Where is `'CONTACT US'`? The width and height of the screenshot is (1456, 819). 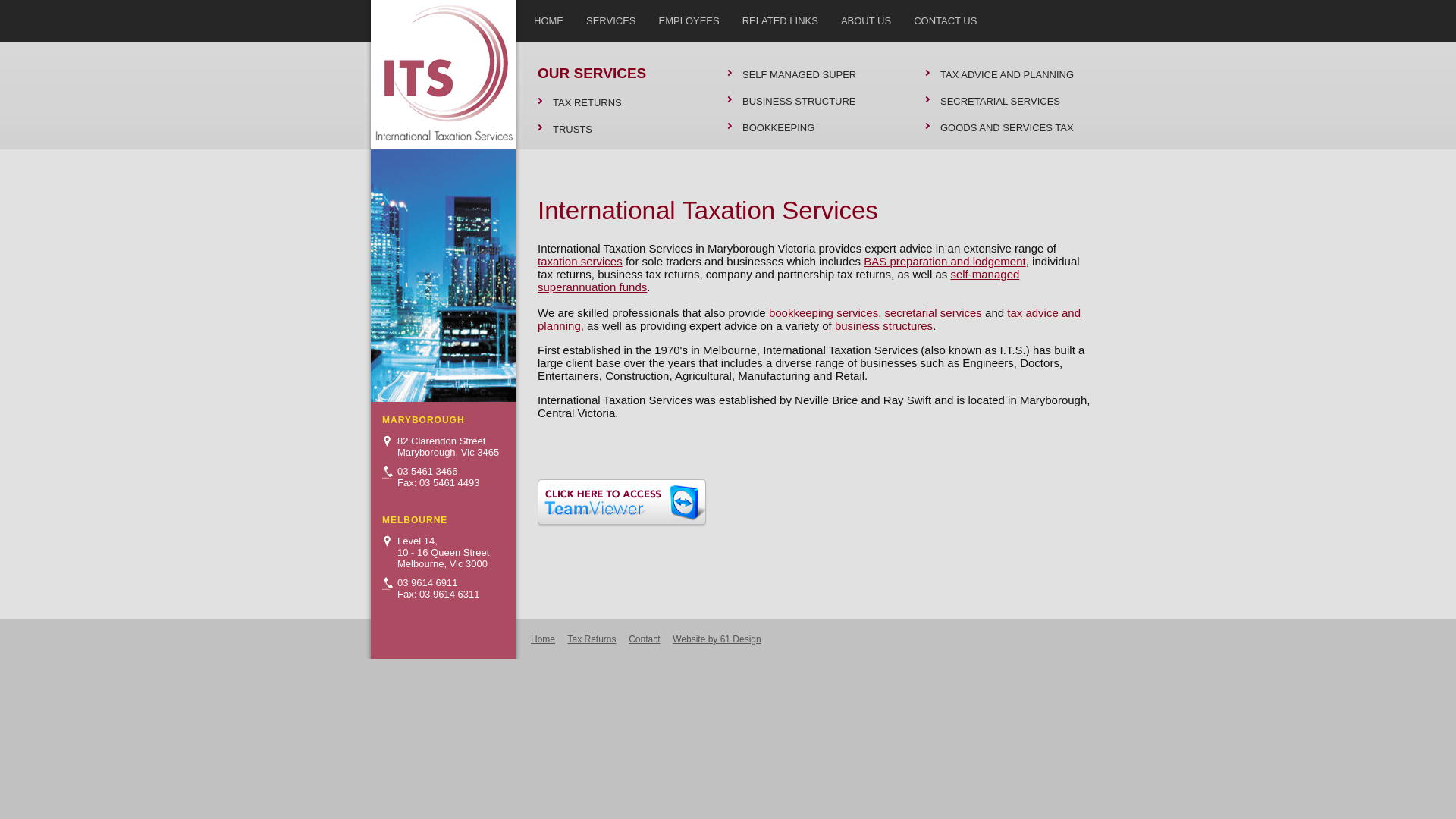 'CONTACT US' is located at coordinates (902, 18).